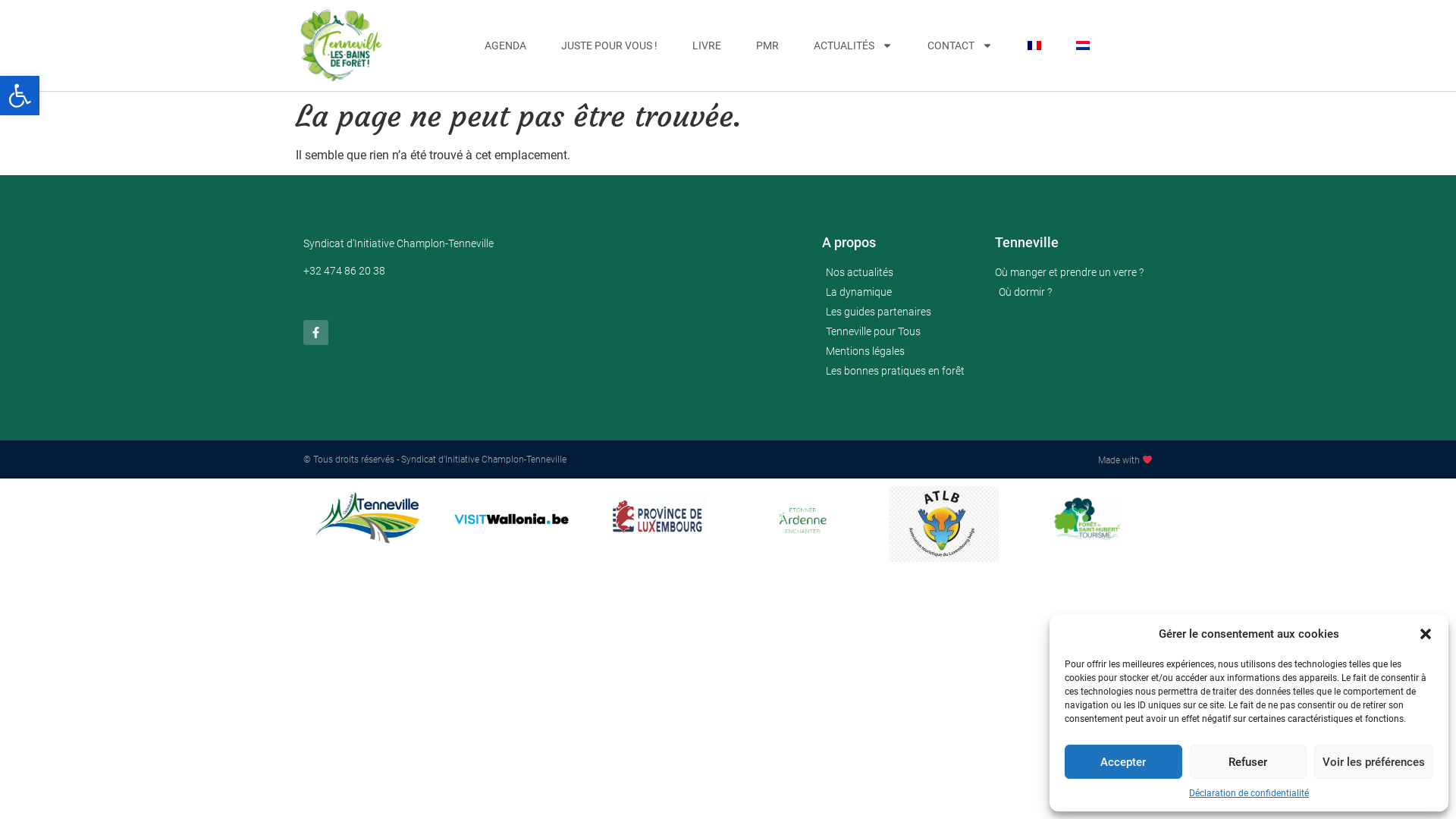 This screenshot has width=1456, height=819. I want to click on 'logos', so click(1087, 519).